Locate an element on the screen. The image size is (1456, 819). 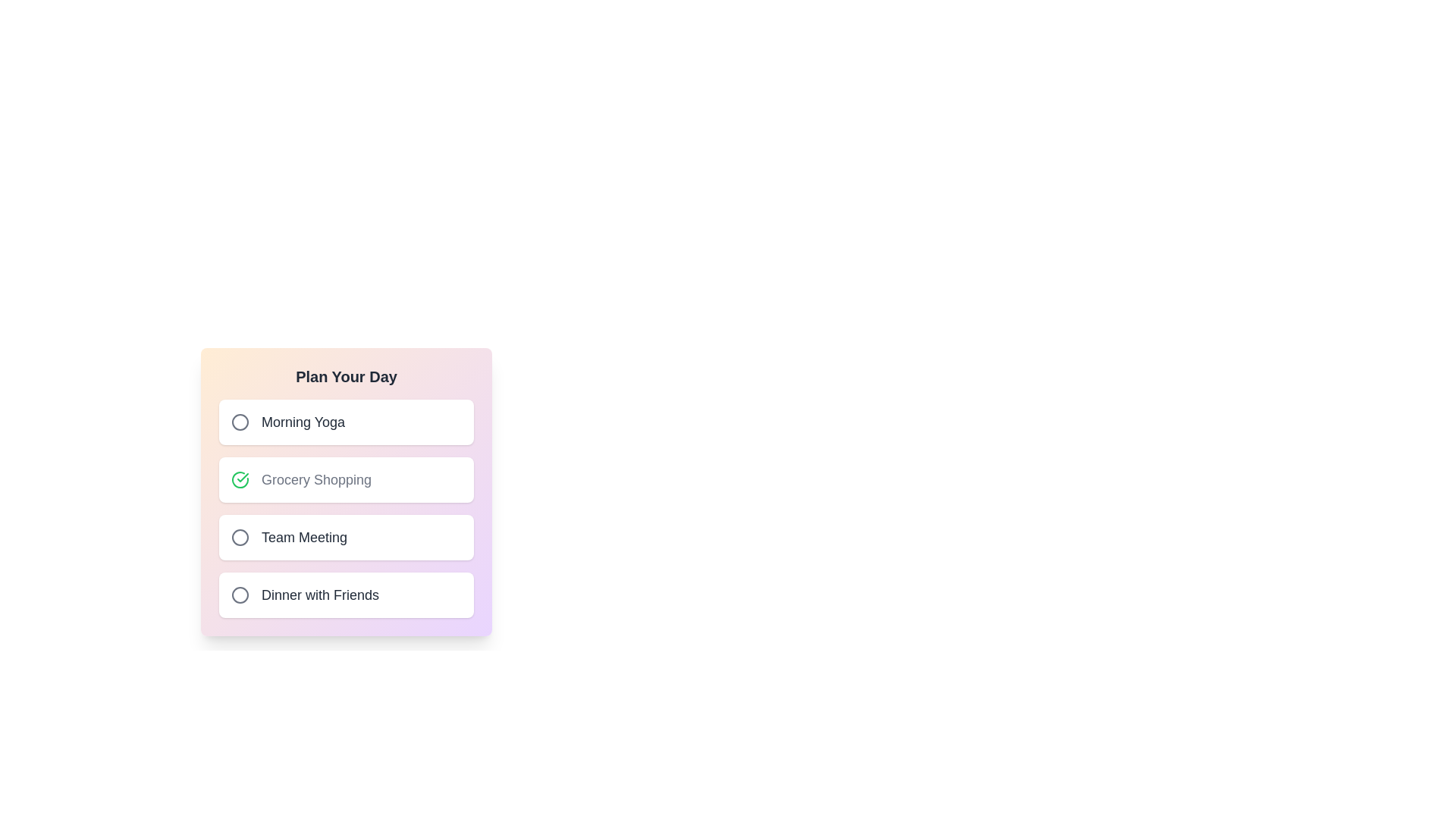
the activity identified by Morning Yoga is located at coordinates (239, 422).